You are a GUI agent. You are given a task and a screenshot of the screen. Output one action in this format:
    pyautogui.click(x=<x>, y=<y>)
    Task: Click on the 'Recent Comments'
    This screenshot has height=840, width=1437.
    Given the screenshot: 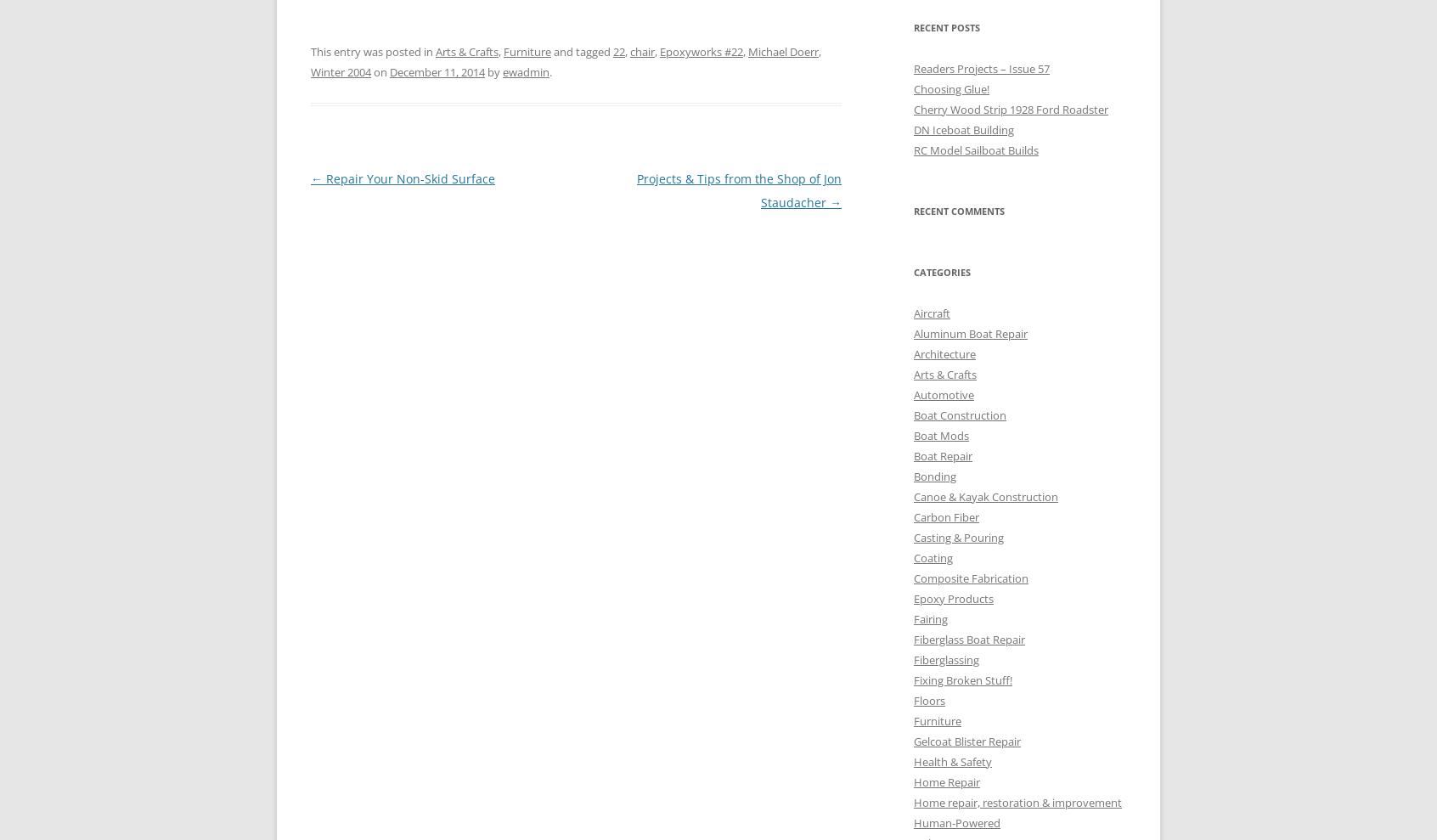 What is the action you would take?
    pyautogui.click(x=913, y=209)
    